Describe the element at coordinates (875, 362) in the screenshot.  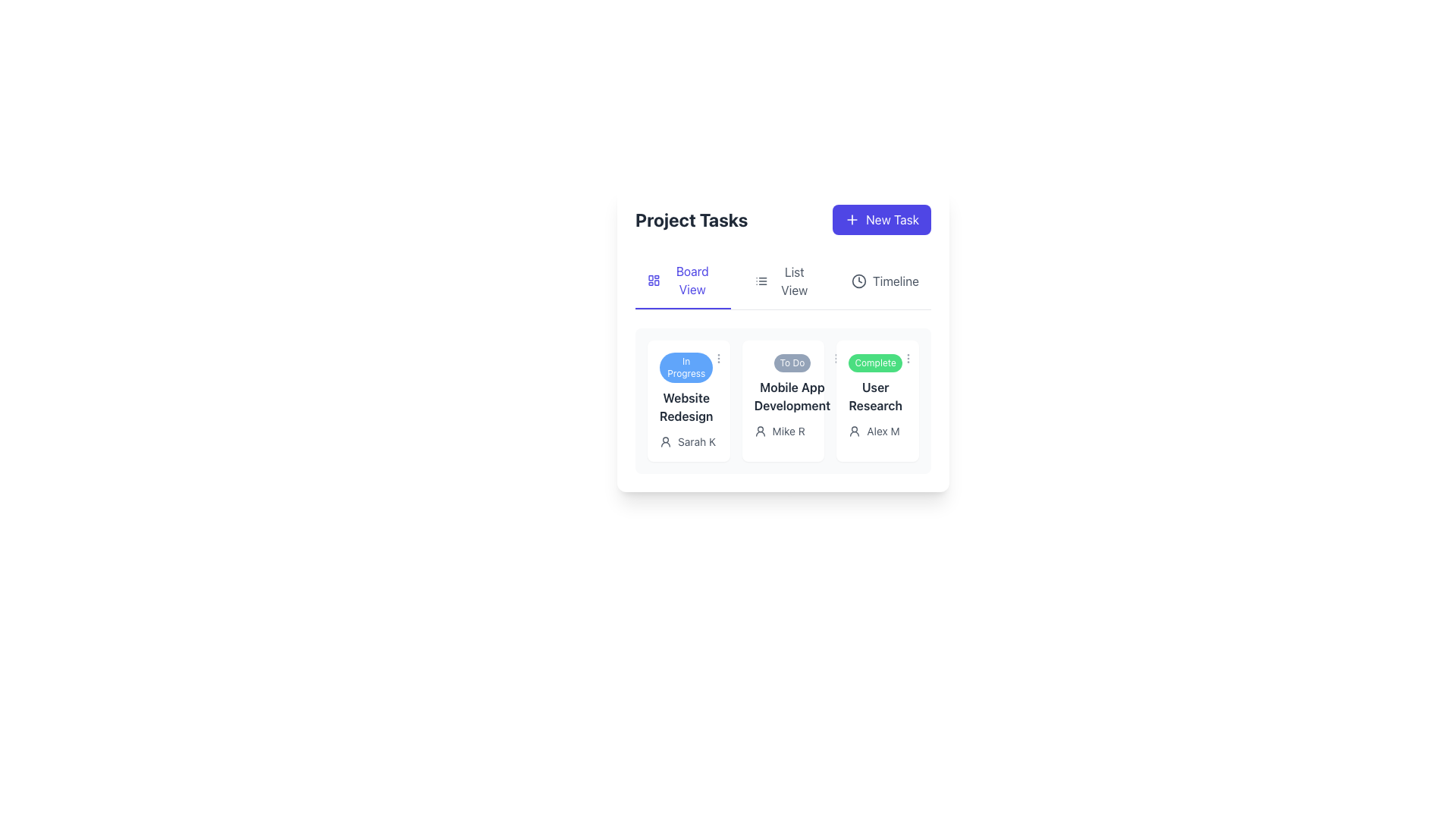
I see `the 'Complete' status label button located at the top of the 'User Research' panel, which has a green background and white text` at that location.